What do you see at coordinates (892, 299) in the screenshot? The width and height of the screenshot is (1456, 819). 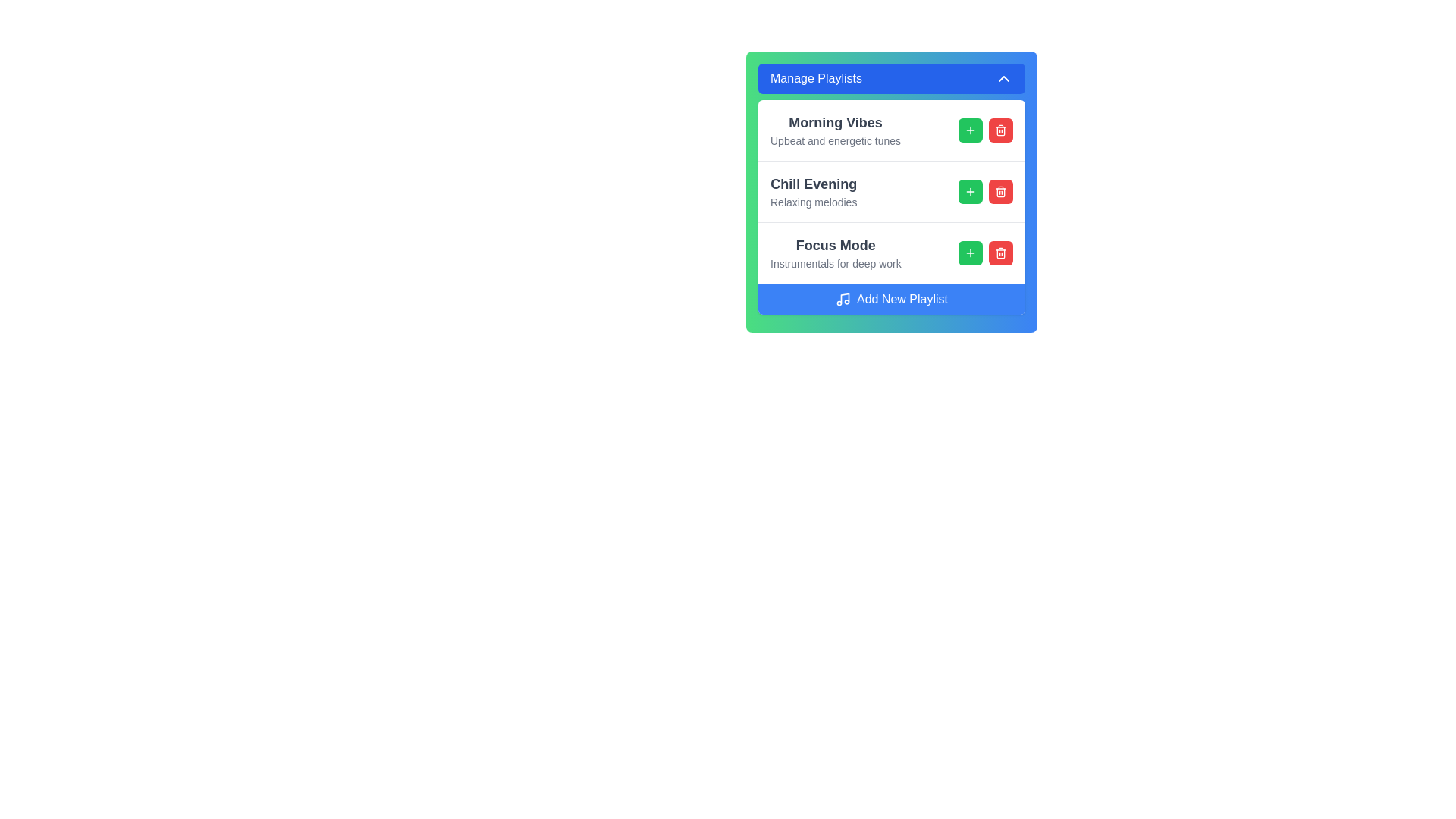 I see `the blue rectangular button with rounded corners labeled 'Add New Playlist' at the bottom of the playlist card` at bounding box center [892, 299].